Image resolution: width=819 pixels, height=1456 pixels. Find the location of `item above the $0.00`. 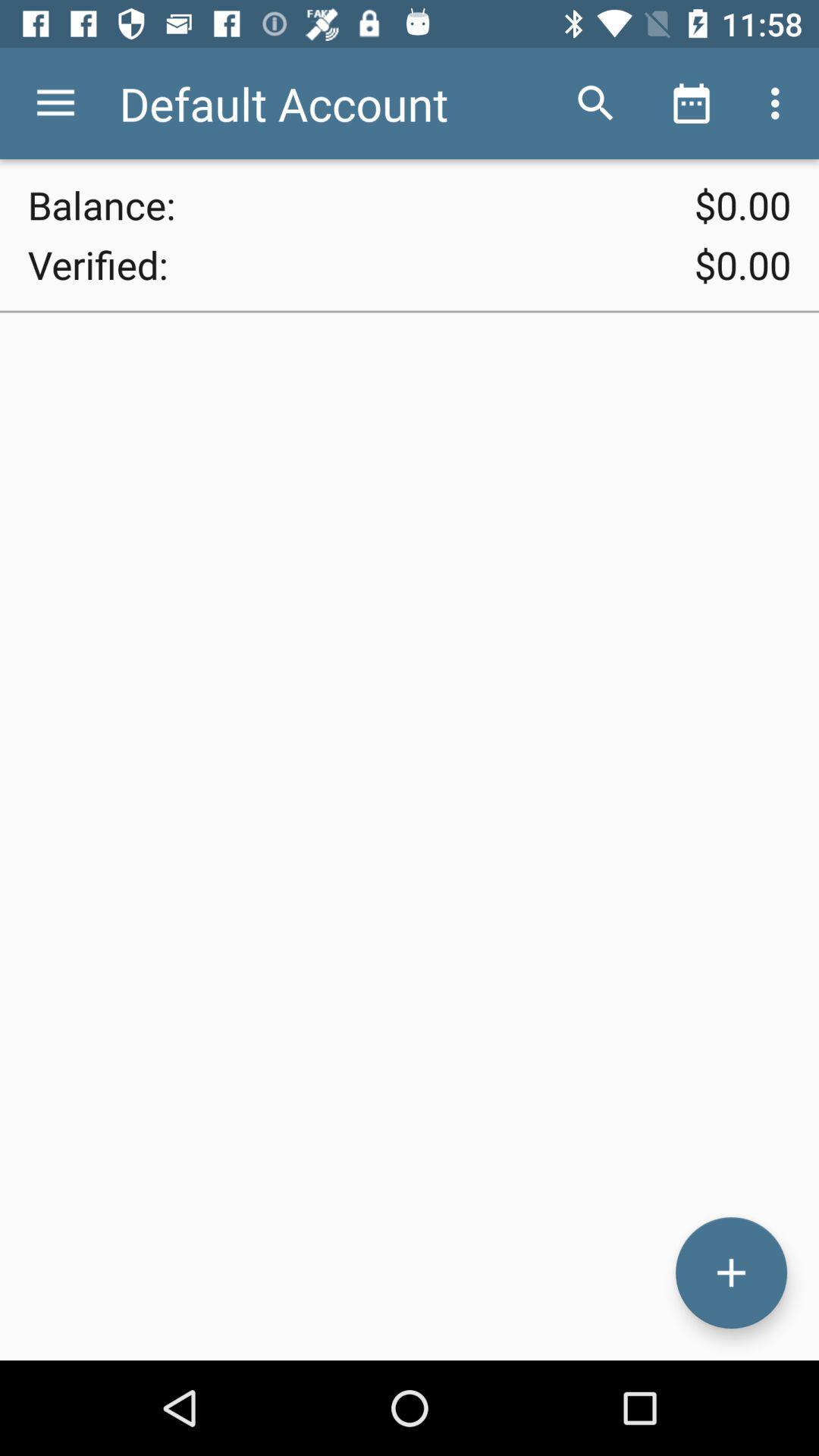

item above the $0.00 is located at coordinates (595, 102).